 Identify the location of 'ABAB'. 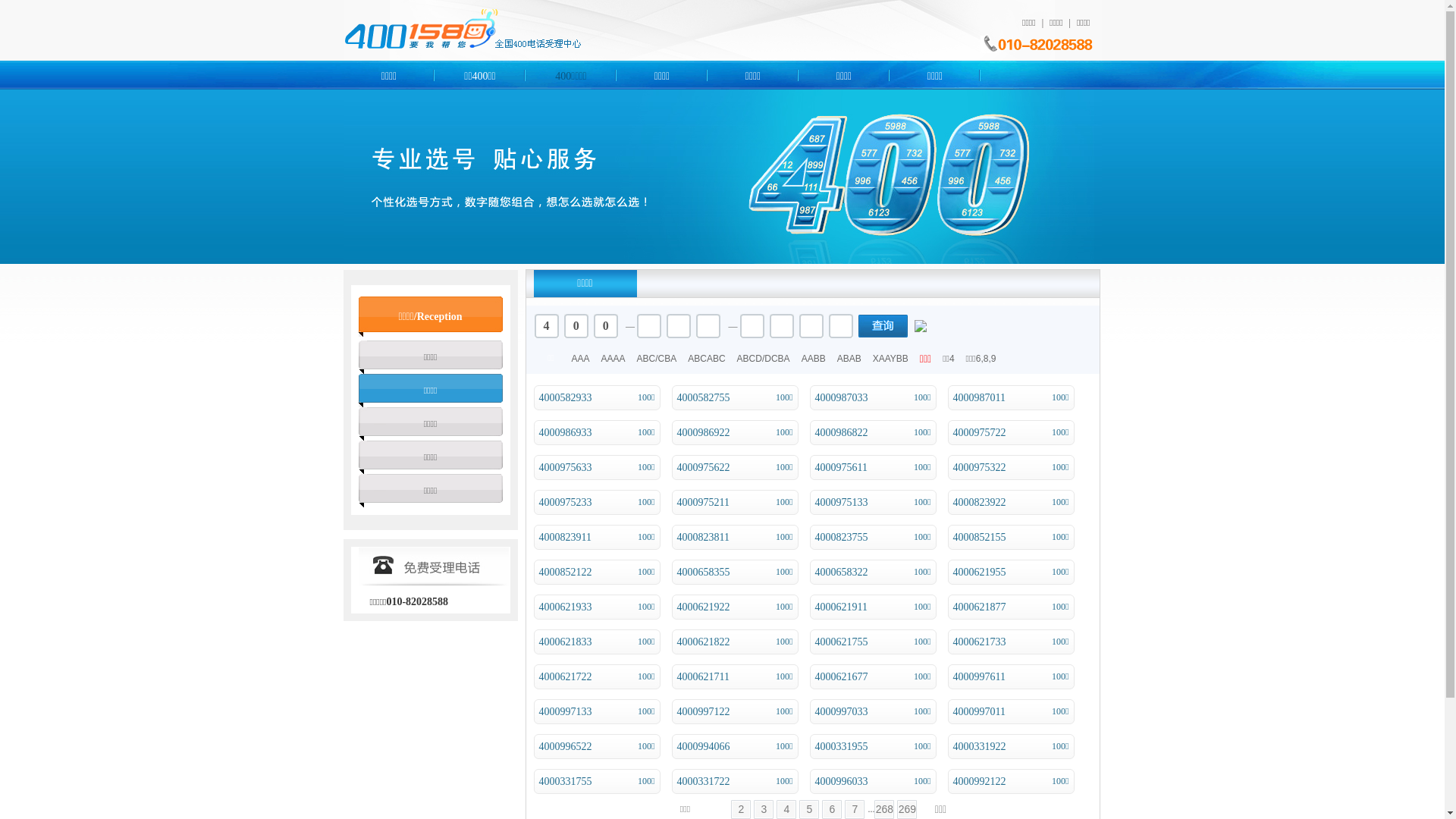
(848, 359).